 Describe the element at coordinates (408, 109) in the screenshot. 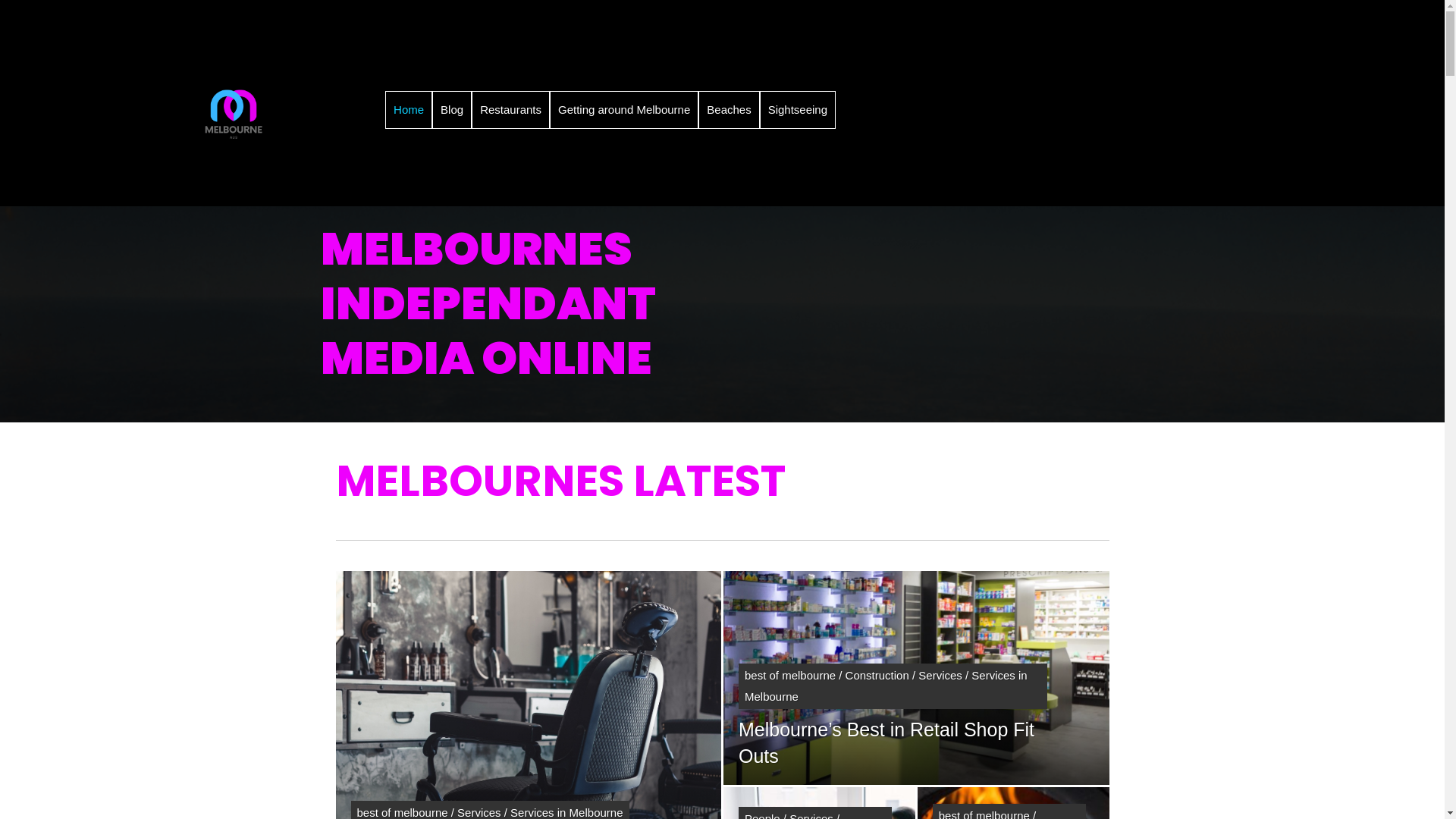

I see `'Home'` at that location.